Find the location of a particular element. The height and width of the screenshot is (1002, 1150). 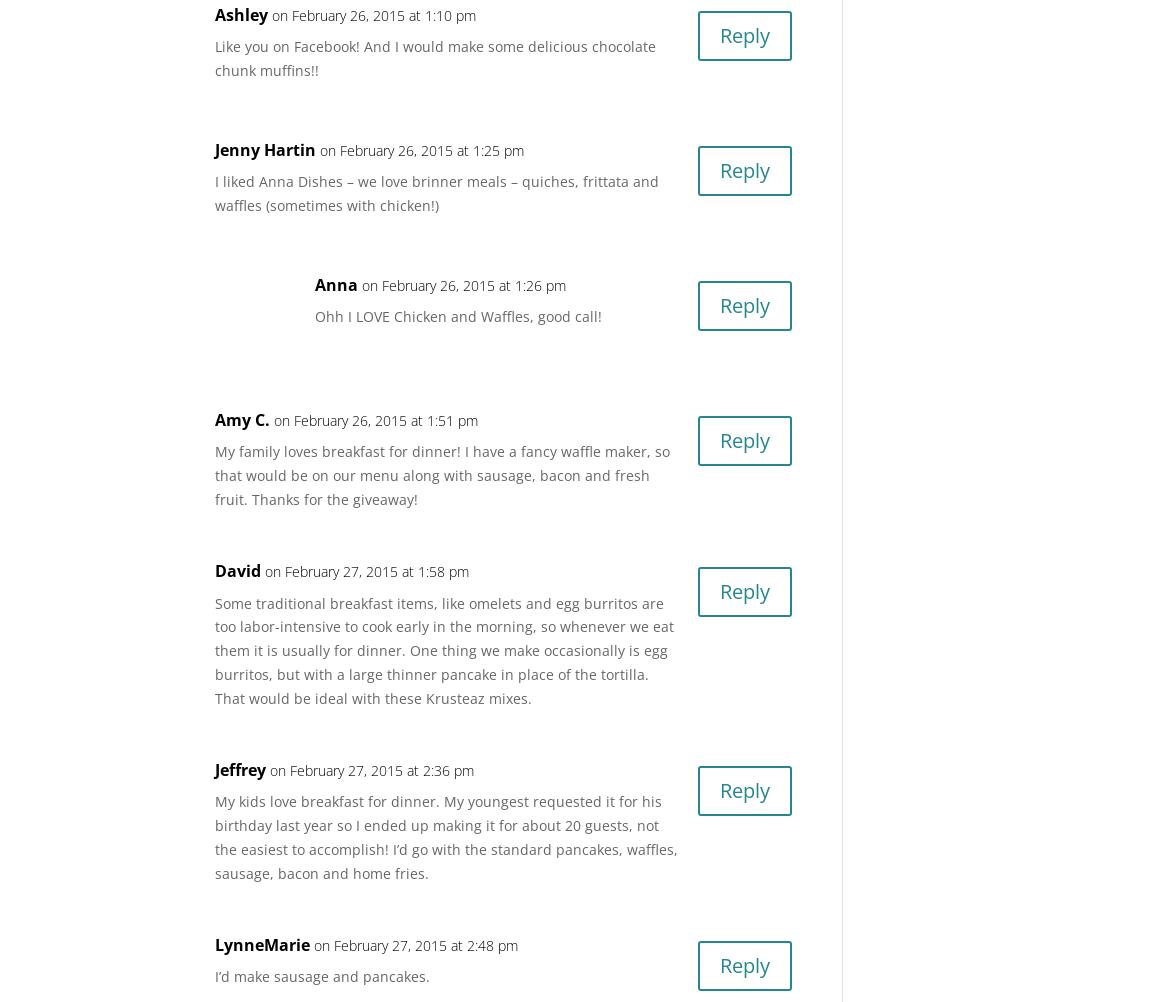

'I’d make sausage and pancakes.' is located at coordinates (322, 975).